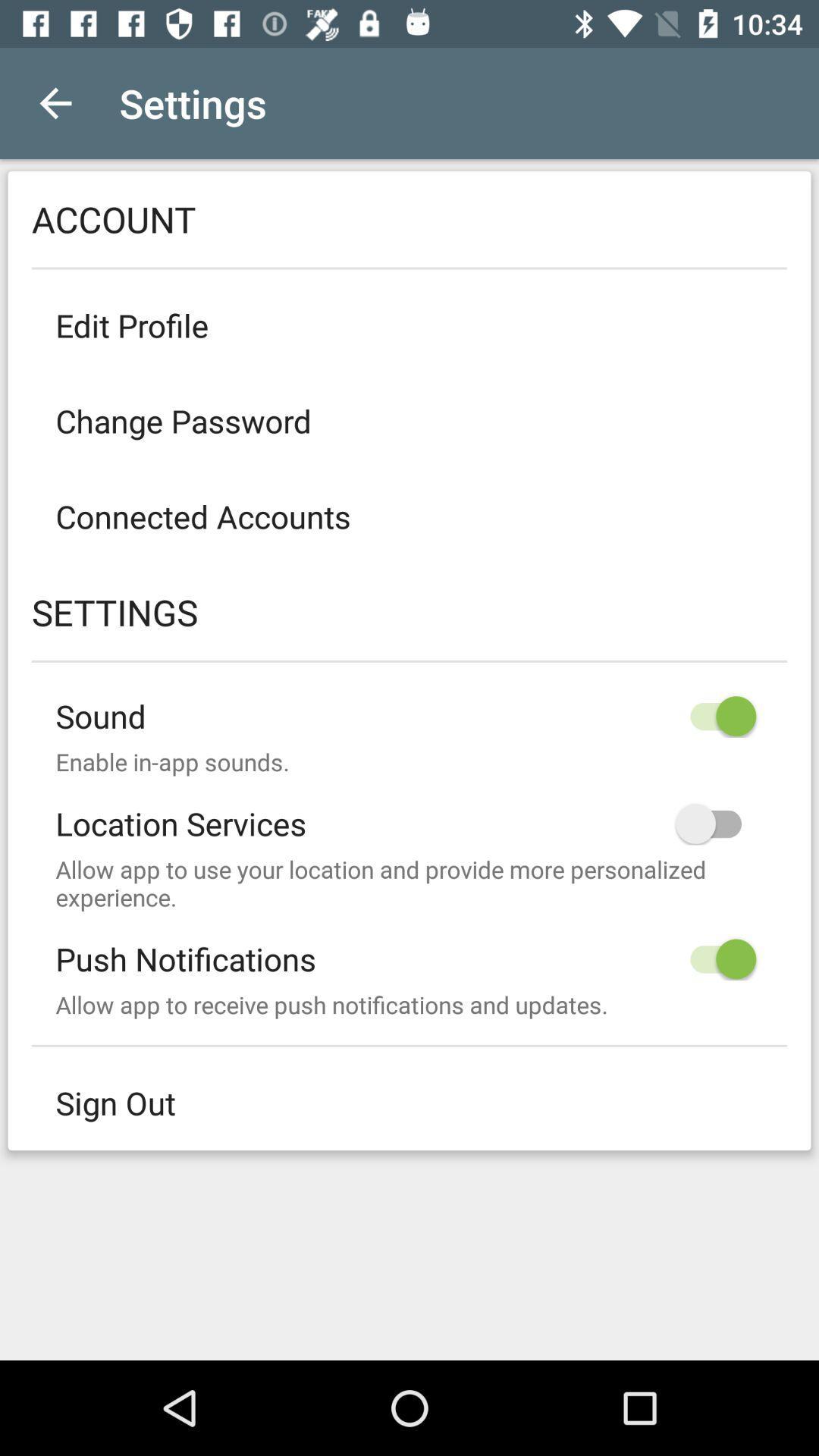 The height and width of the screenshot is (1456, 819). Describe the element at coordinates (55, 102) in the screenshot. I see `the item to the left of settings` at that location.